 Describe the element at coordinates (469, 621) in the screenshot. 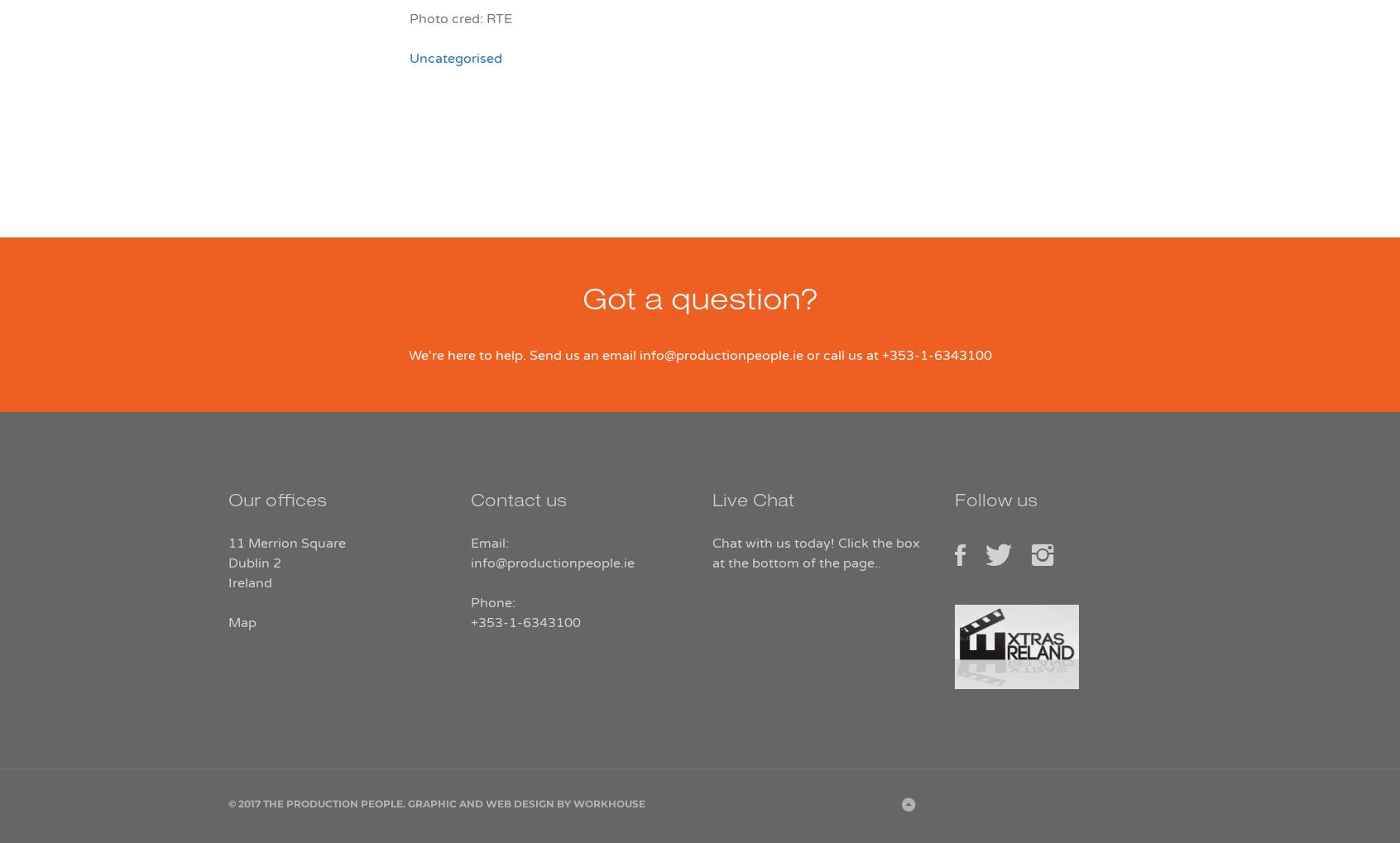

I see `'+353-1-6343100'` at that location.